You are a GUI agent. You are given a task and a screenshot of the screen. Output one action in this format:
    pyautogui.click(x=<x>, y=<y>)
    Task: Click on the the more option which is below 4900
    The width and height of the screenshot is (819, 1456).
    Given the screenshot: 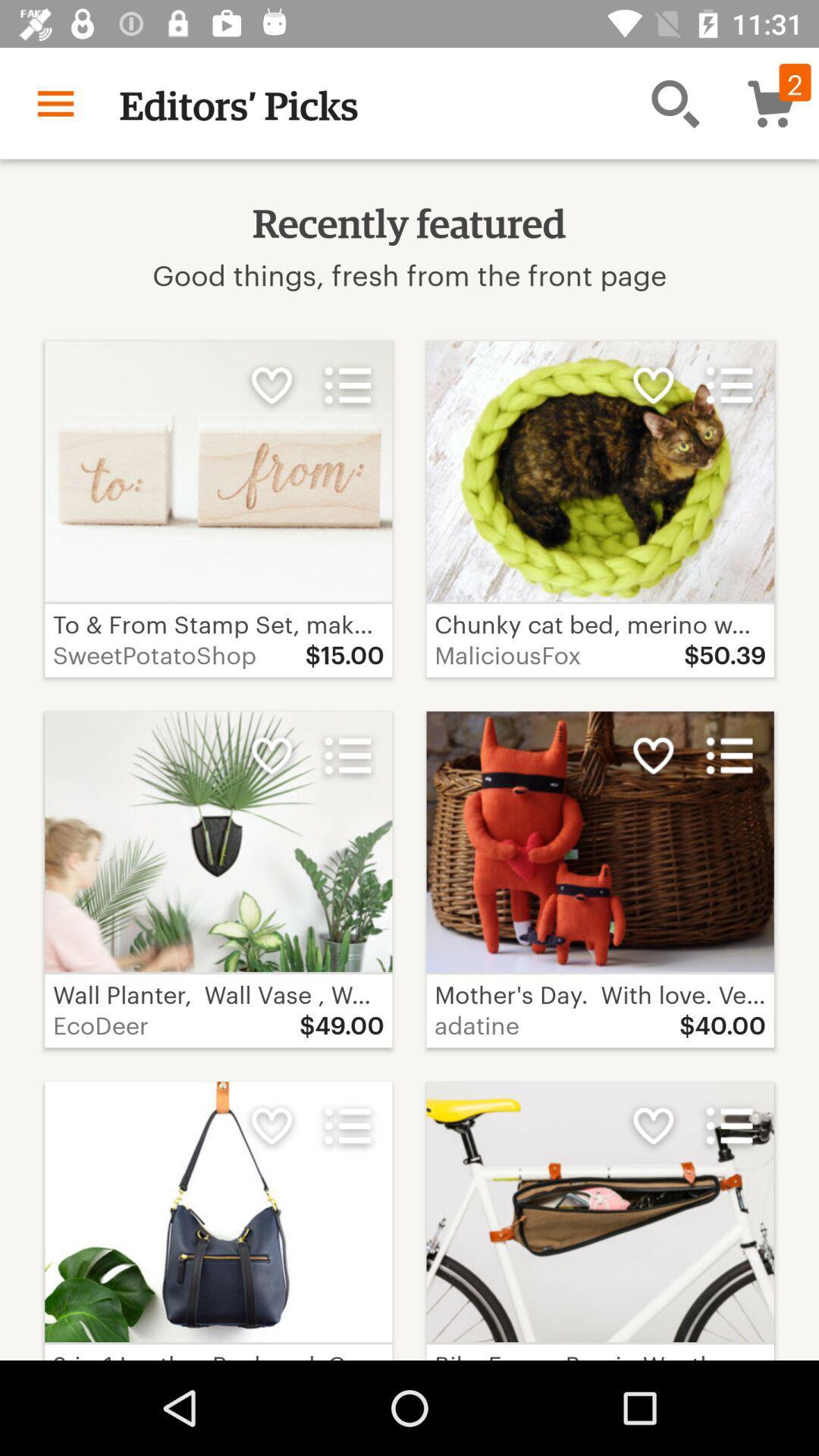 What is the action you would take?
    pyautogui.click(x=348, y=1125)
    